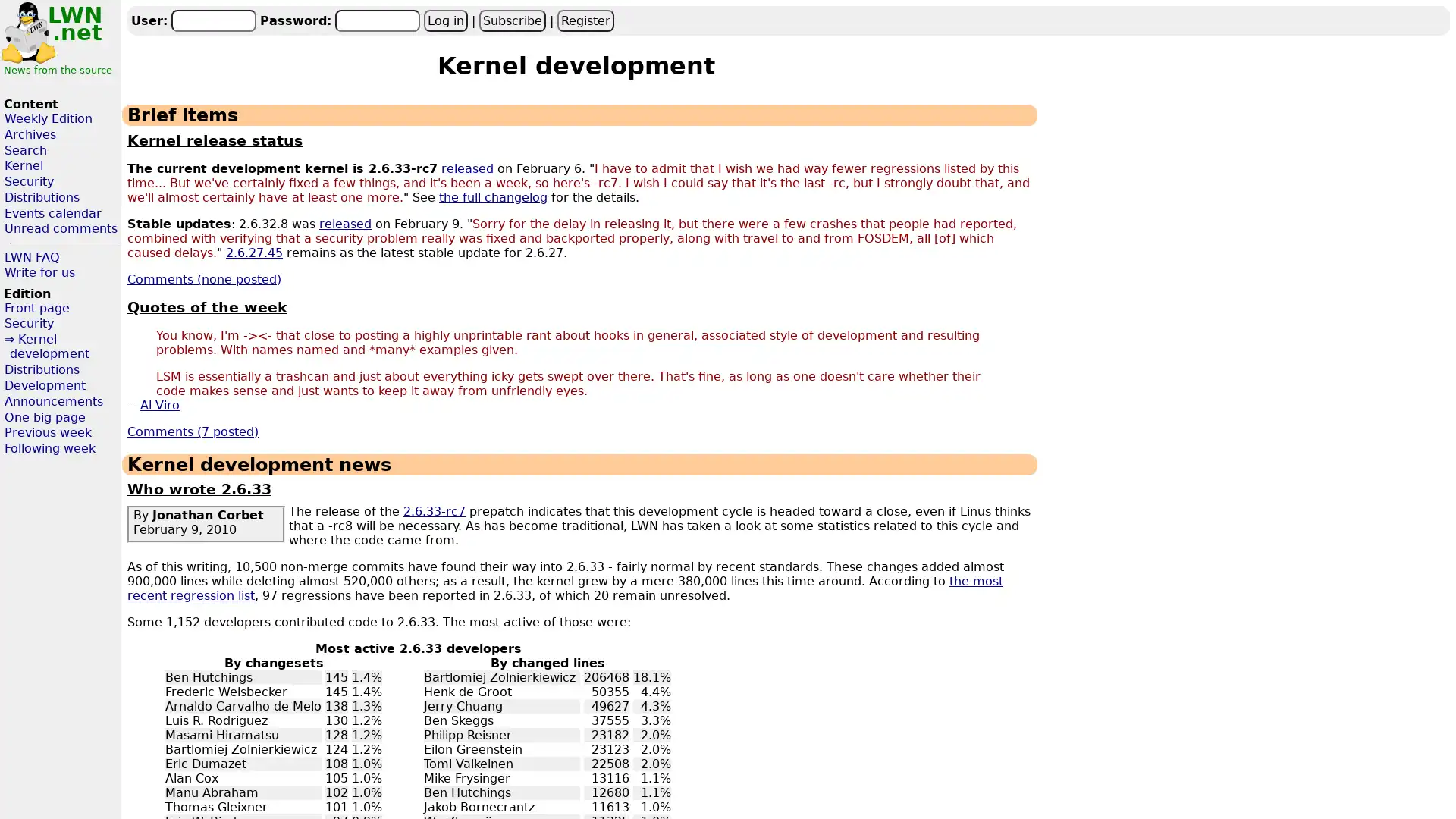 The image size is (1456, 819). What do you see at coordinates (512, 20) in the screenshot?
I see `Subscribe` at bounding box center [512, 20].